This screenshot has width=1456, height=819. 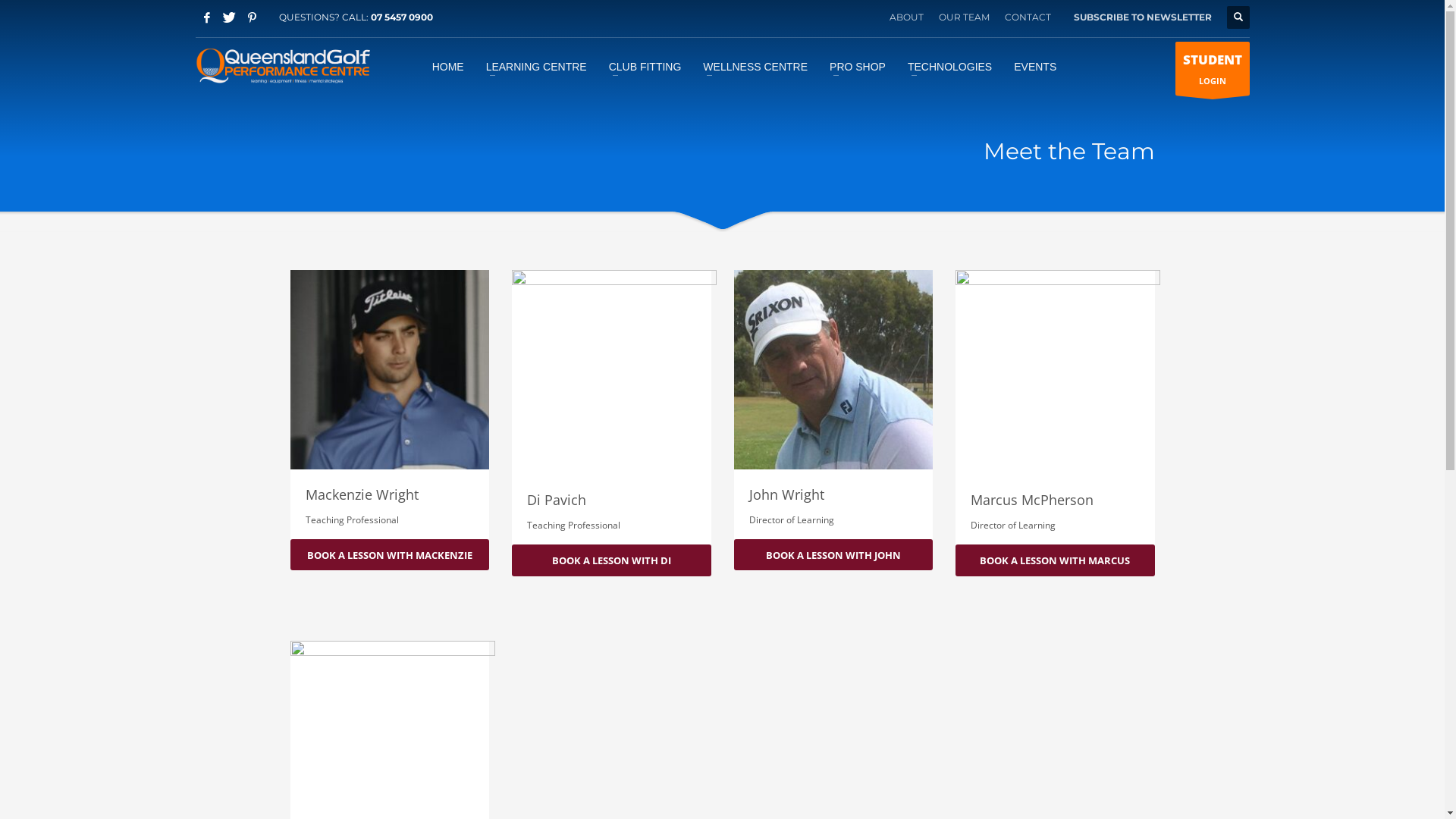 I want to click on 'ABOUT', so click(x=905, y=17).